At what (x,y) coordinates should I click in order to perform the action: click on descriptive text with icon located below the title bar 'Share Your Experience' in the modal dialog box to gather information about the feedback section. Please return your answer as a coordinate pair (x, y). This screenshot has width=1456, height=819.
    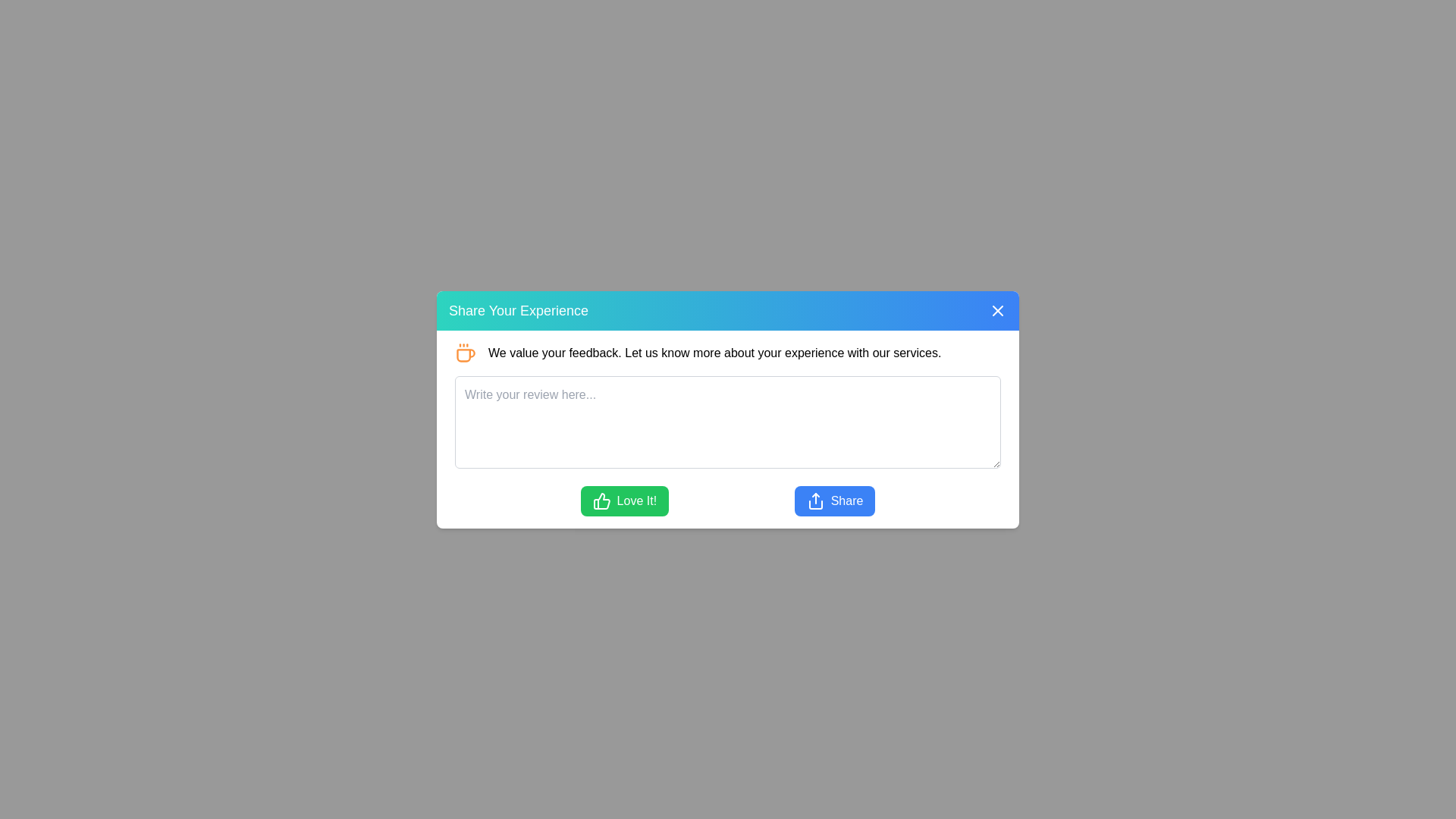
    Looking at the image, I should click on (728, 353).